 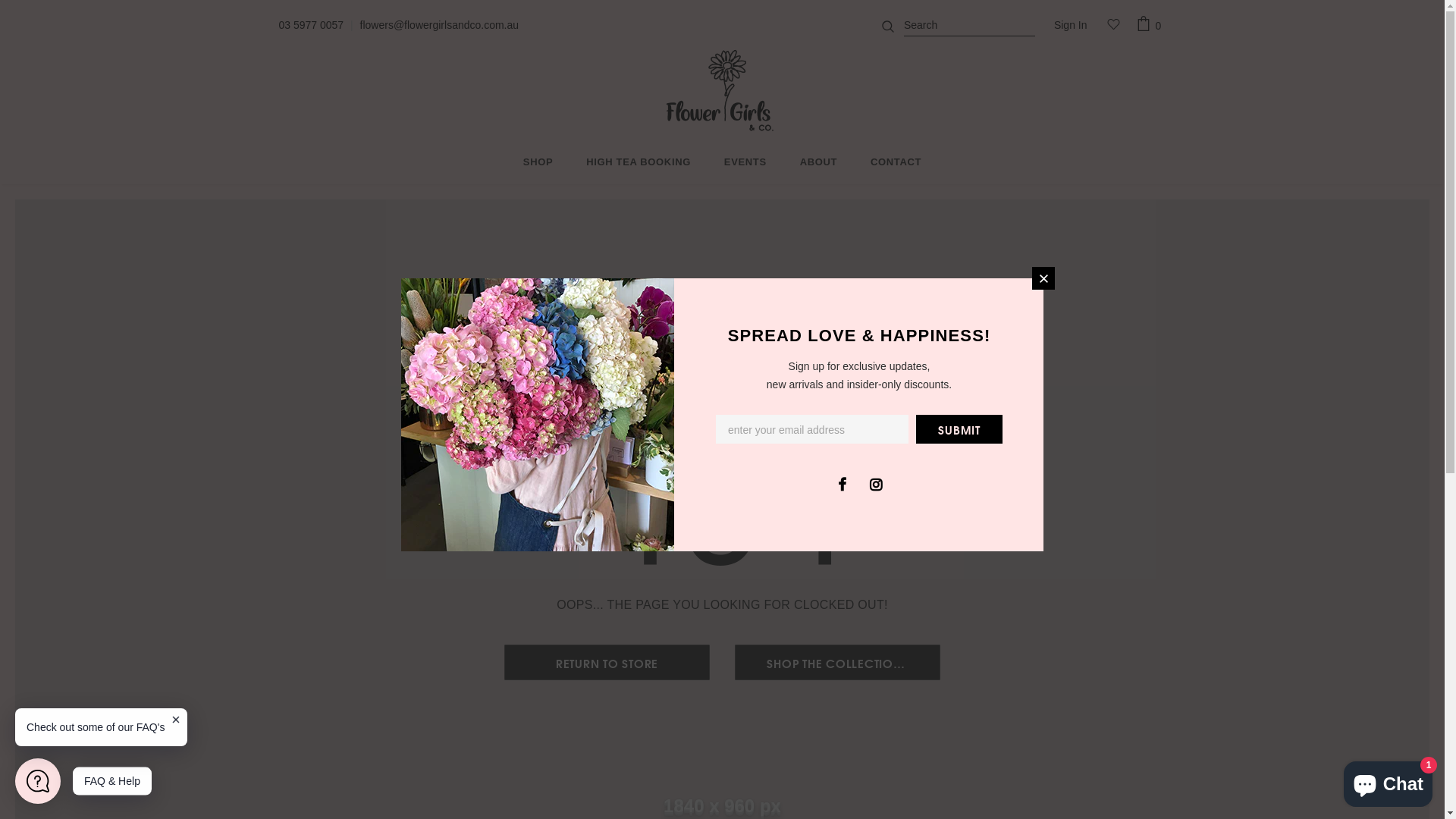 I want to click on 'RETURN TO STORE', so click(x=505, y=662).